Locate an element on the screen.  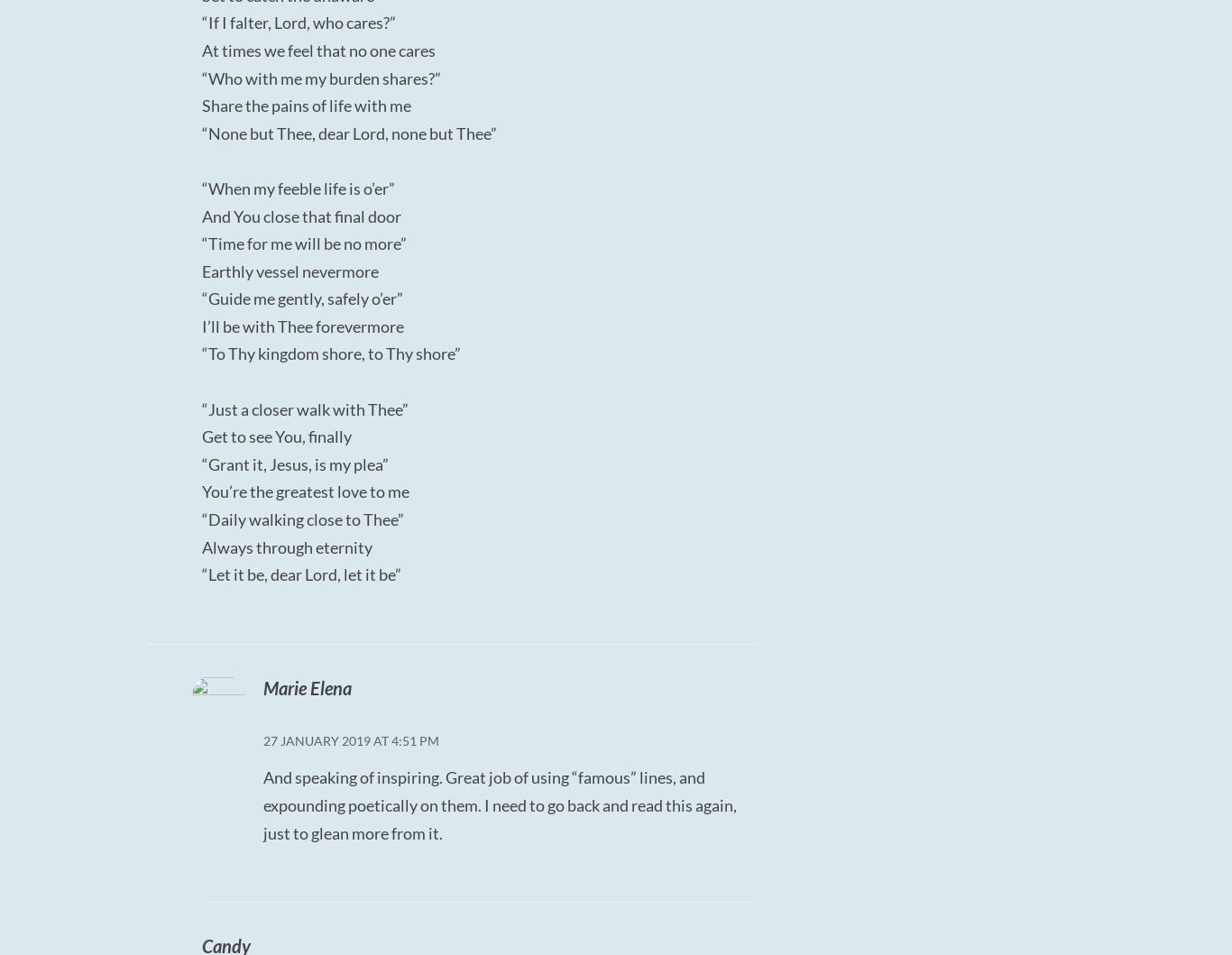
'Marie Elena' is located at coordinates (262, 685).